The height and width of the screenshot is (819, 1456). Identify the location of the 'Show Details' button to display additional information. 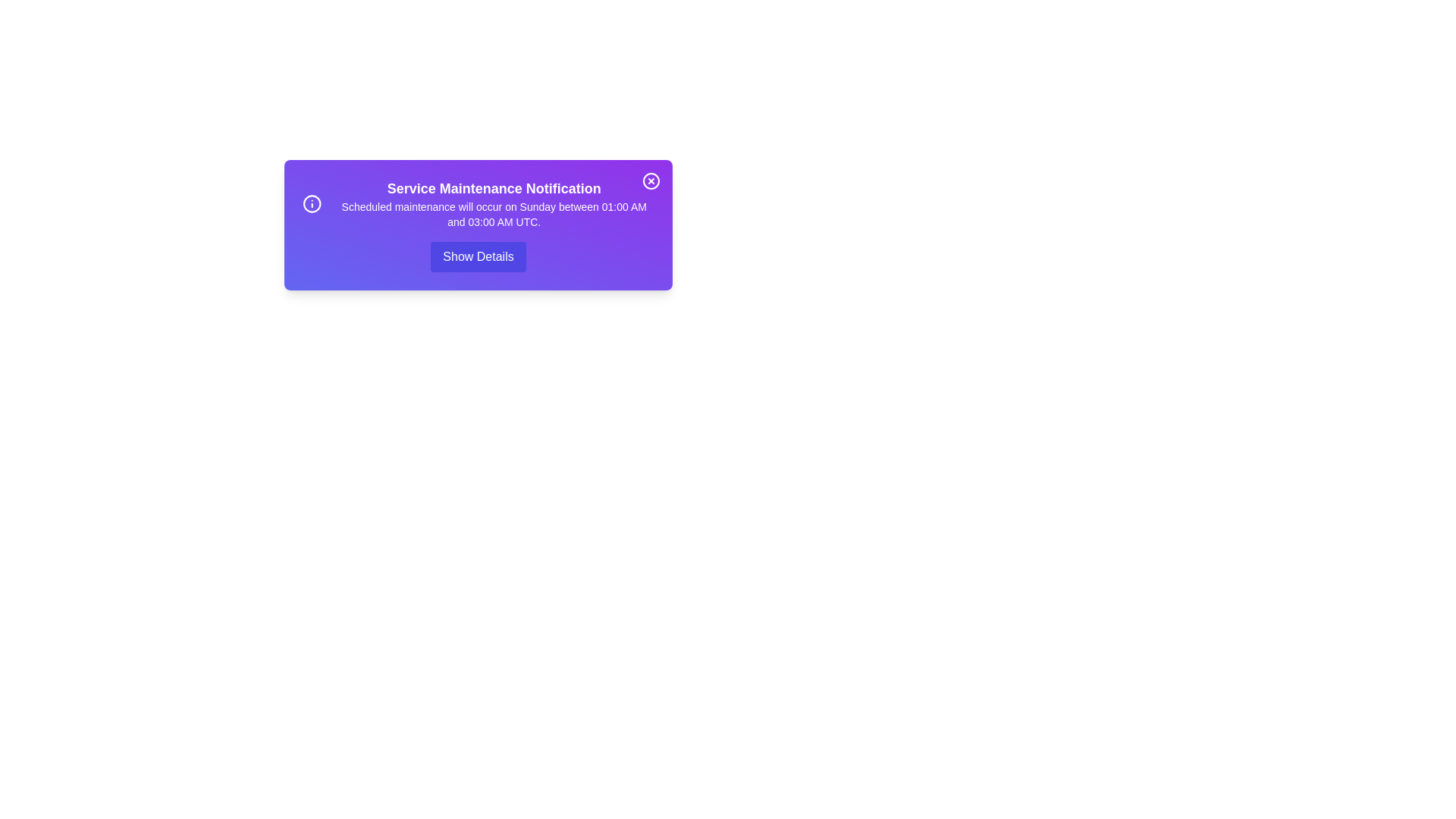
(477, 256).